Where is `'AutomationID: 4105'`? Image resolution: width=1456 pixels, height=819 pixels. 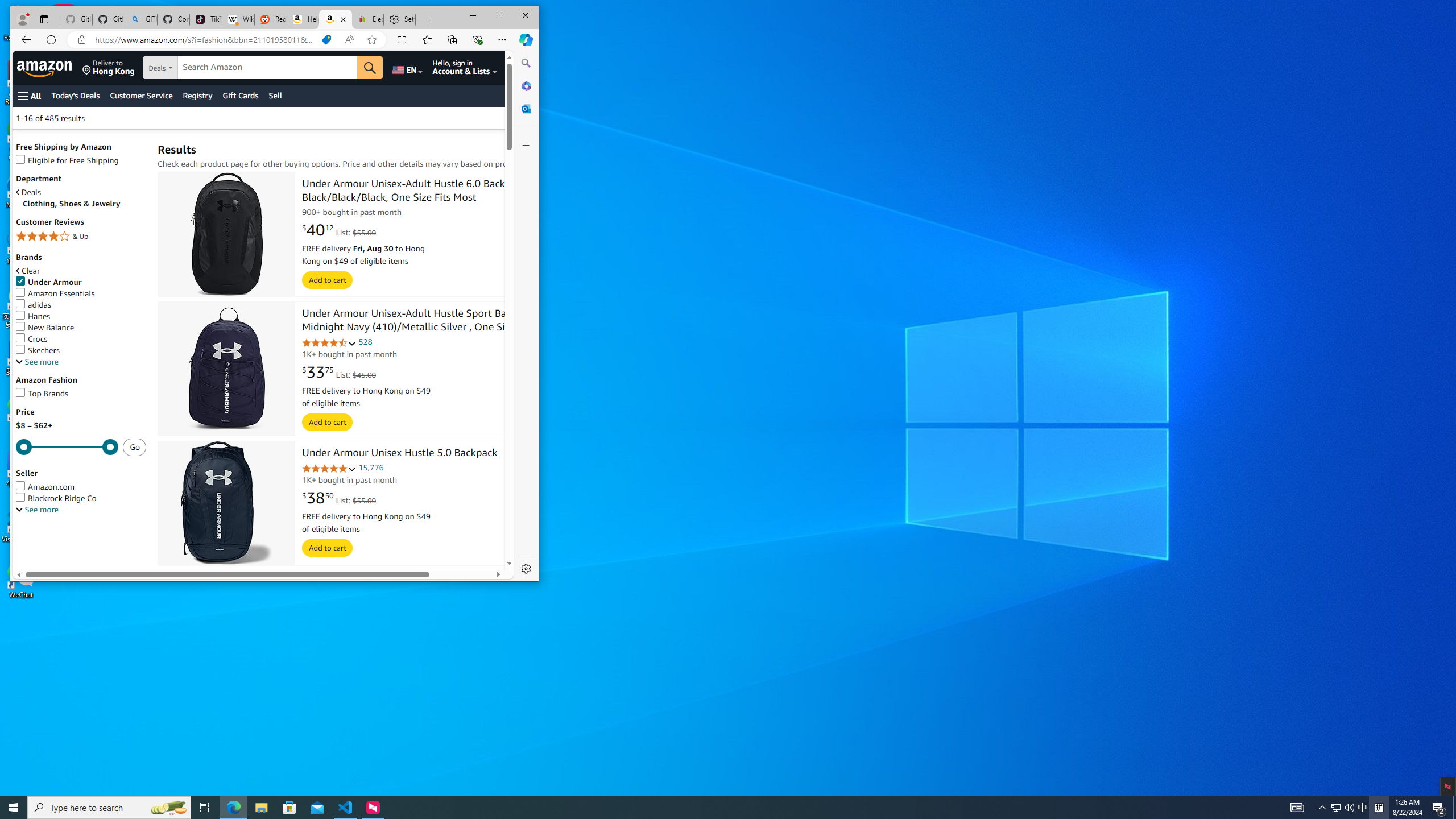
'AutomationID: 4105' is located at coordinates (1296, 806).